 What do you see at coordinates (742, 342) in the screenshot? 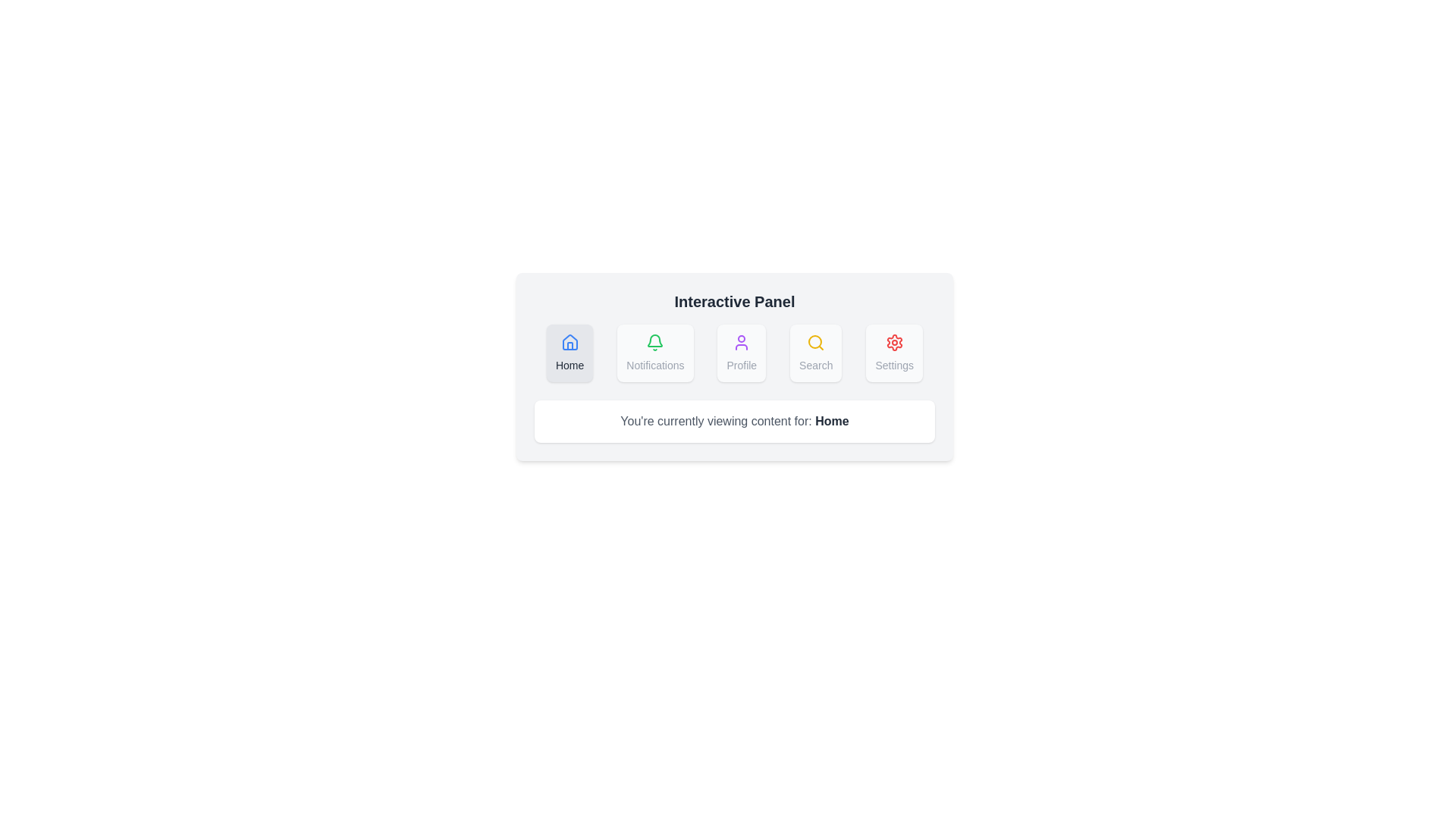
I see `the purple user icon displayed in a circular design, located above the text 'Profile' in the third button of the horizontal row of options` at bounding box center [742, 342].